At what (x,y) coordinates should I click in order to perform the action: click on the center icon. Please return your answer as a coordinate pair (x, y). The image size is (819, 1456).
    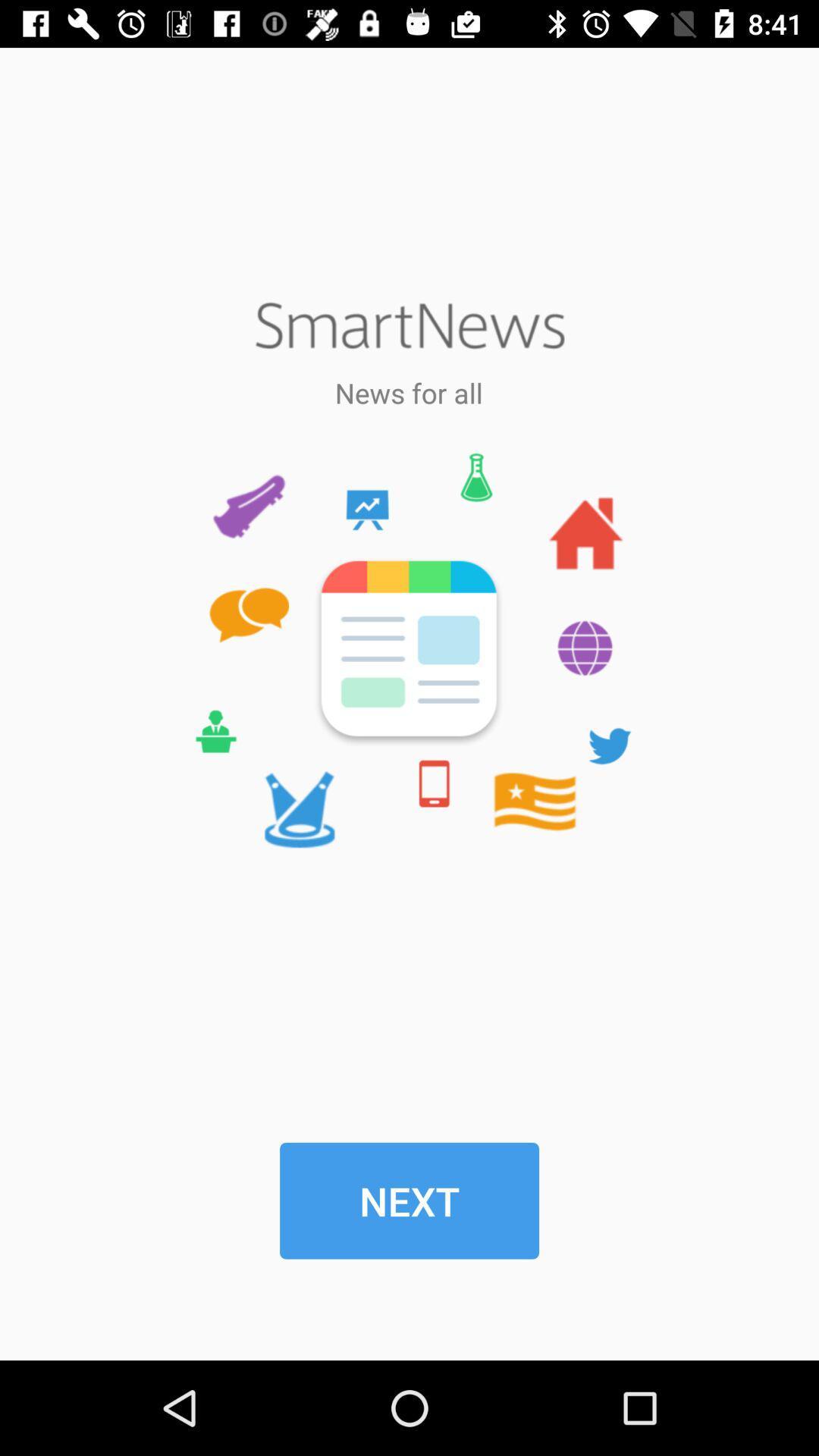
    Looking at the image, I should click on (408, 651).